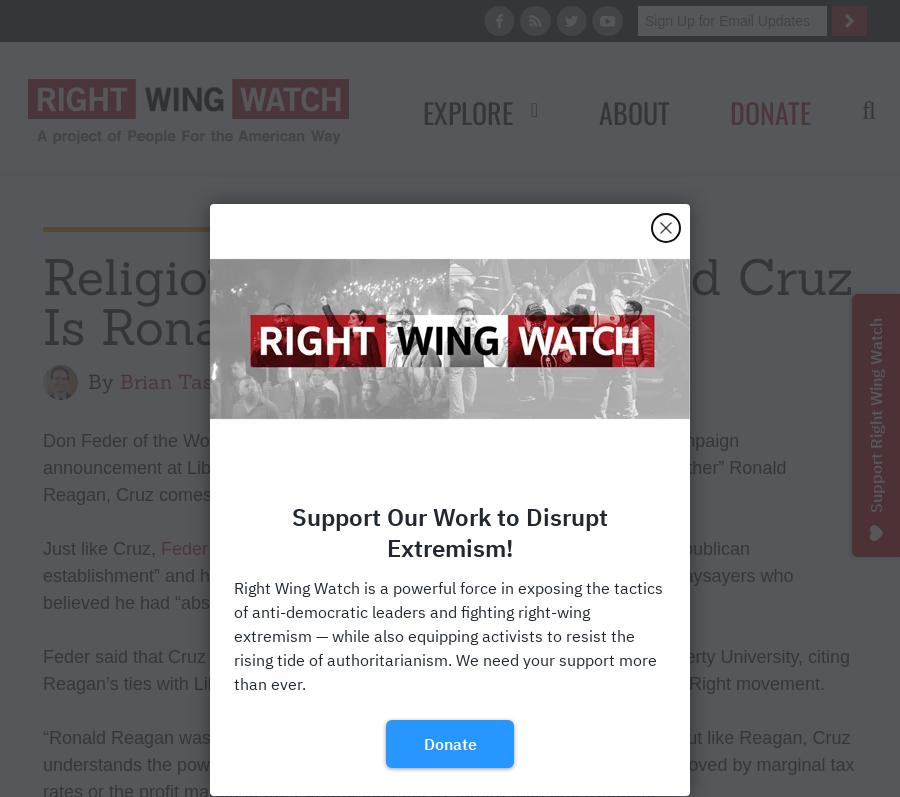  I want to click on 'Donate', so click(768, 112).